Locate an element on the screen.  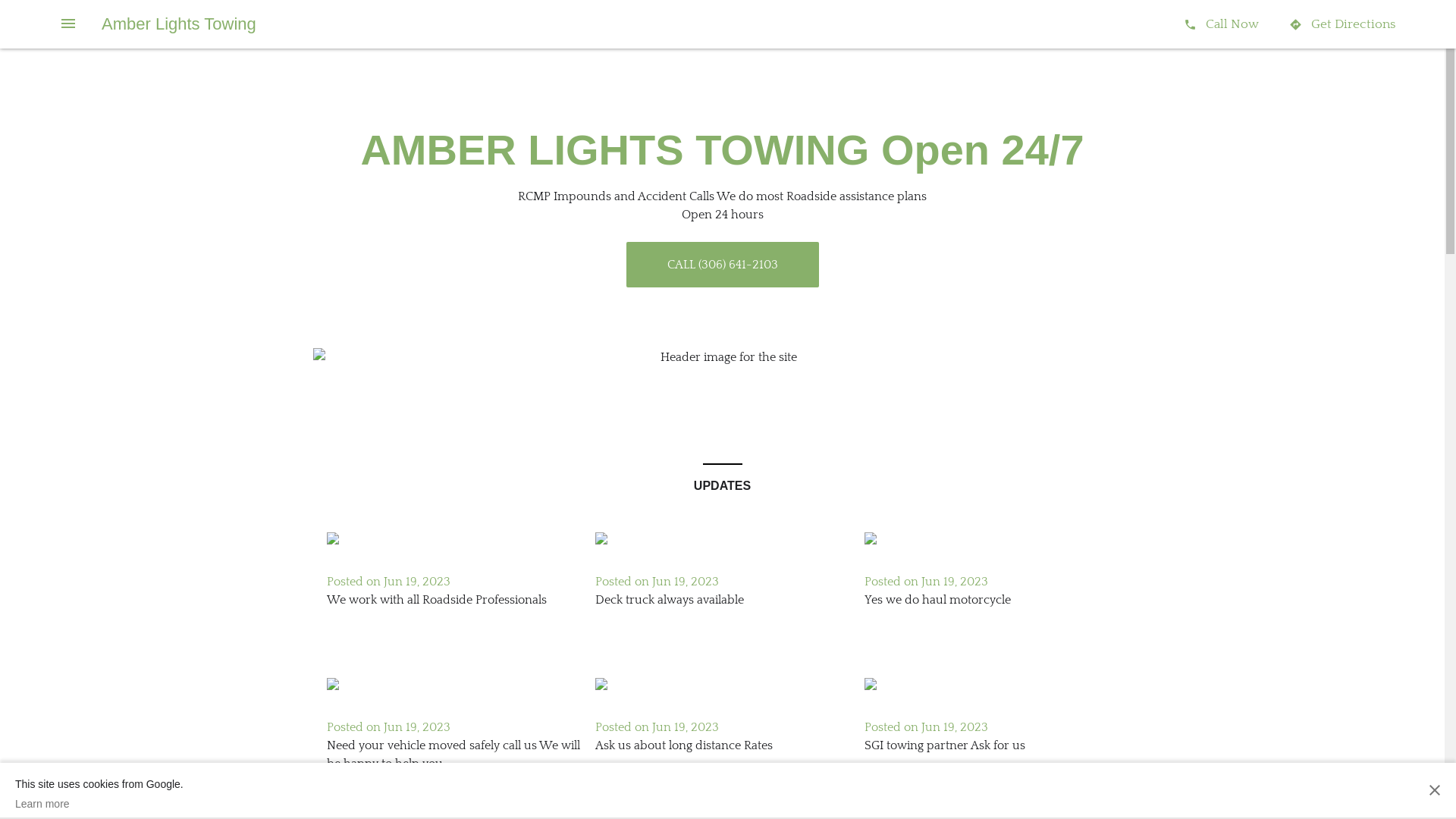
'Posted on Jun 19, 2023' is located at coordinates (657, 726).